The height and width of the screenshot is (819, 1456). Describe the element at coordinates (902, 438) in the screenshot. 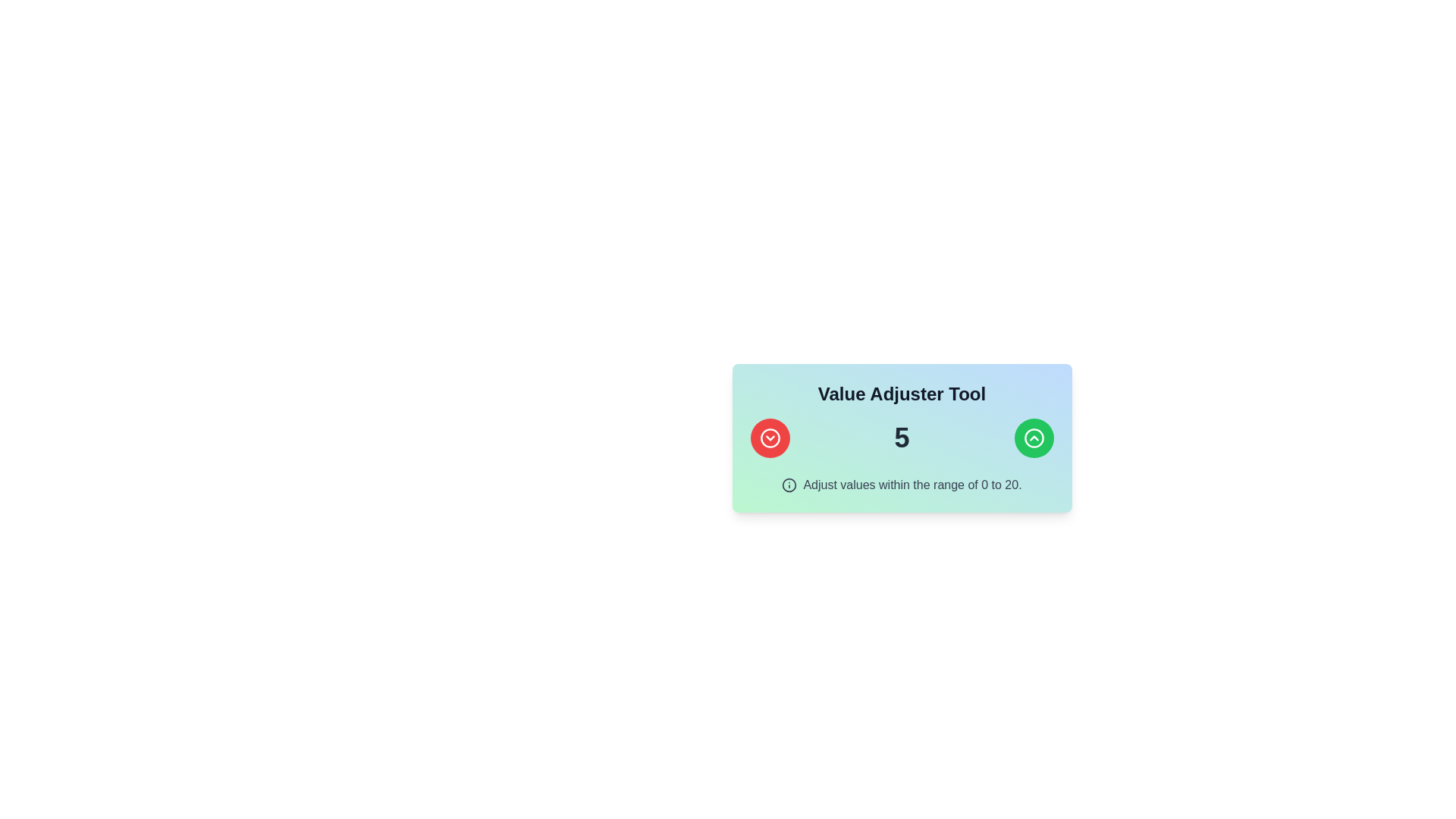

I see `the static text element that displays the current numerical value in the 'Value Adjuster Tool' card, positioned between the red downwards arrow button and the green upwards arrow button` at that location.